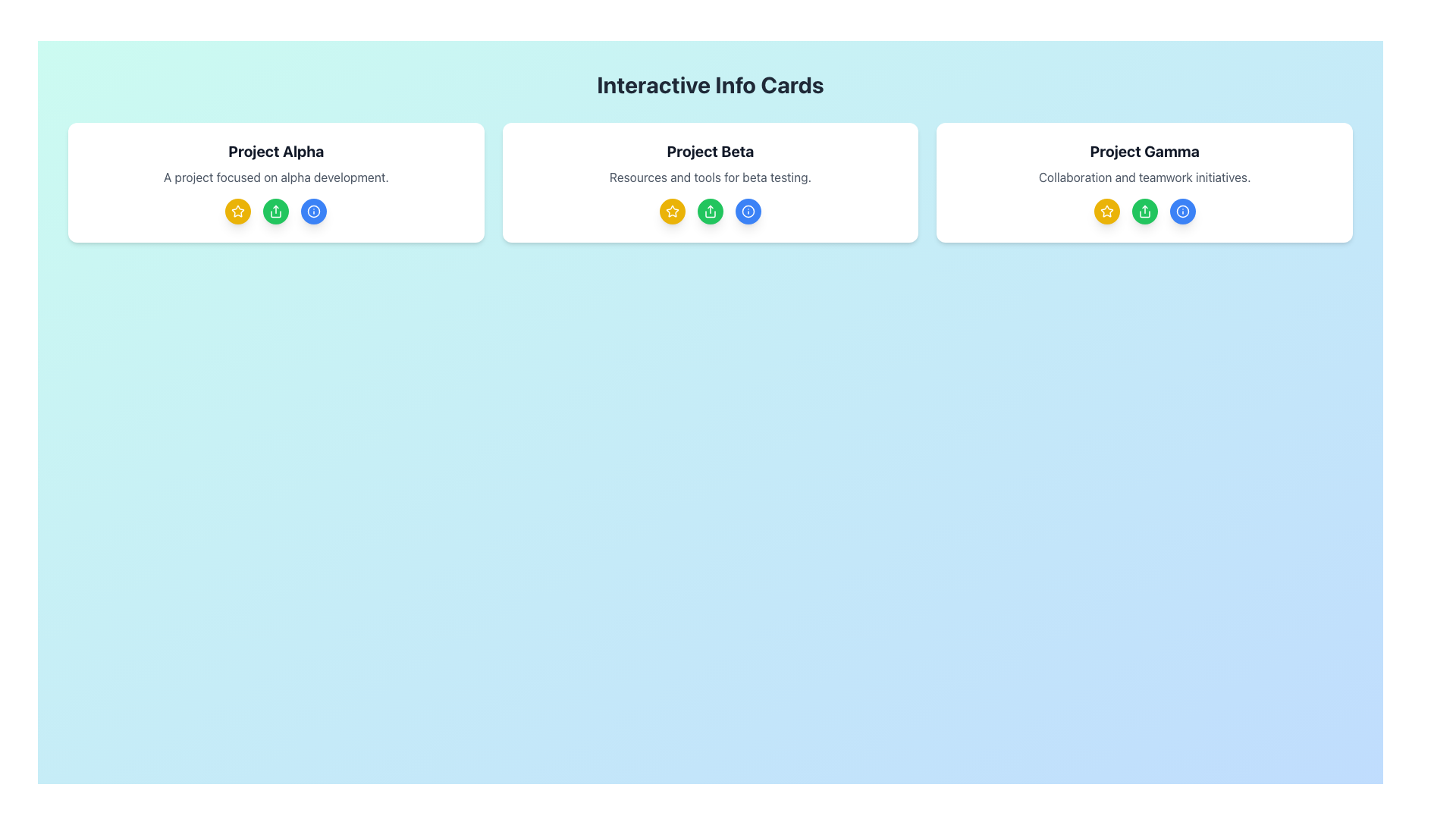 This screenshot has height=819, width=1456. Describe the element at coordinates (1144, 181) in the screenshot. I see `the interactive buttons located at the bottom of the 'Project Gamma' card, which features a white background and rounded corners, to initiate corresponding actions` at that location.